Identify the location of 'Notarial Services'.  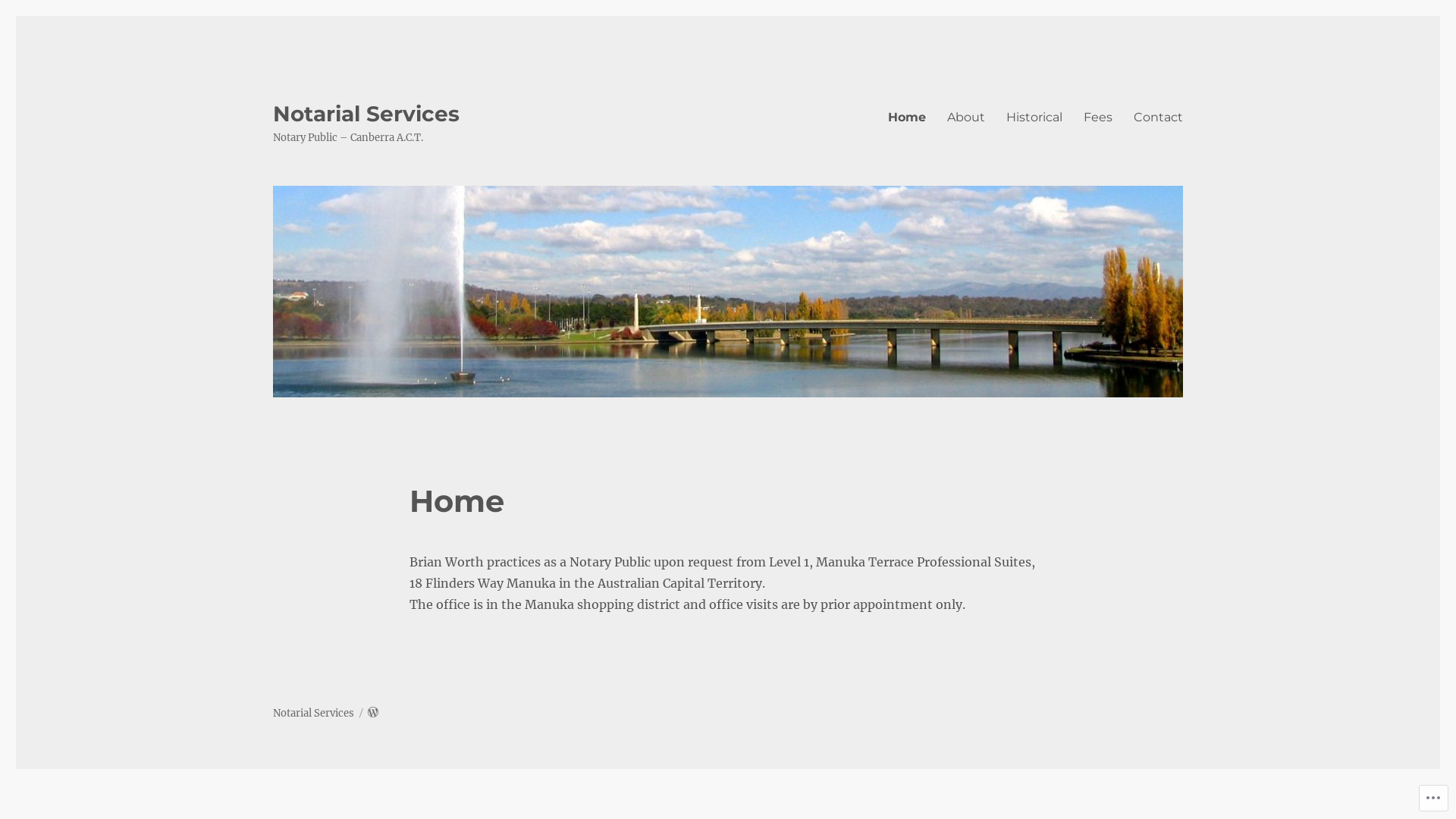
(312, 713).